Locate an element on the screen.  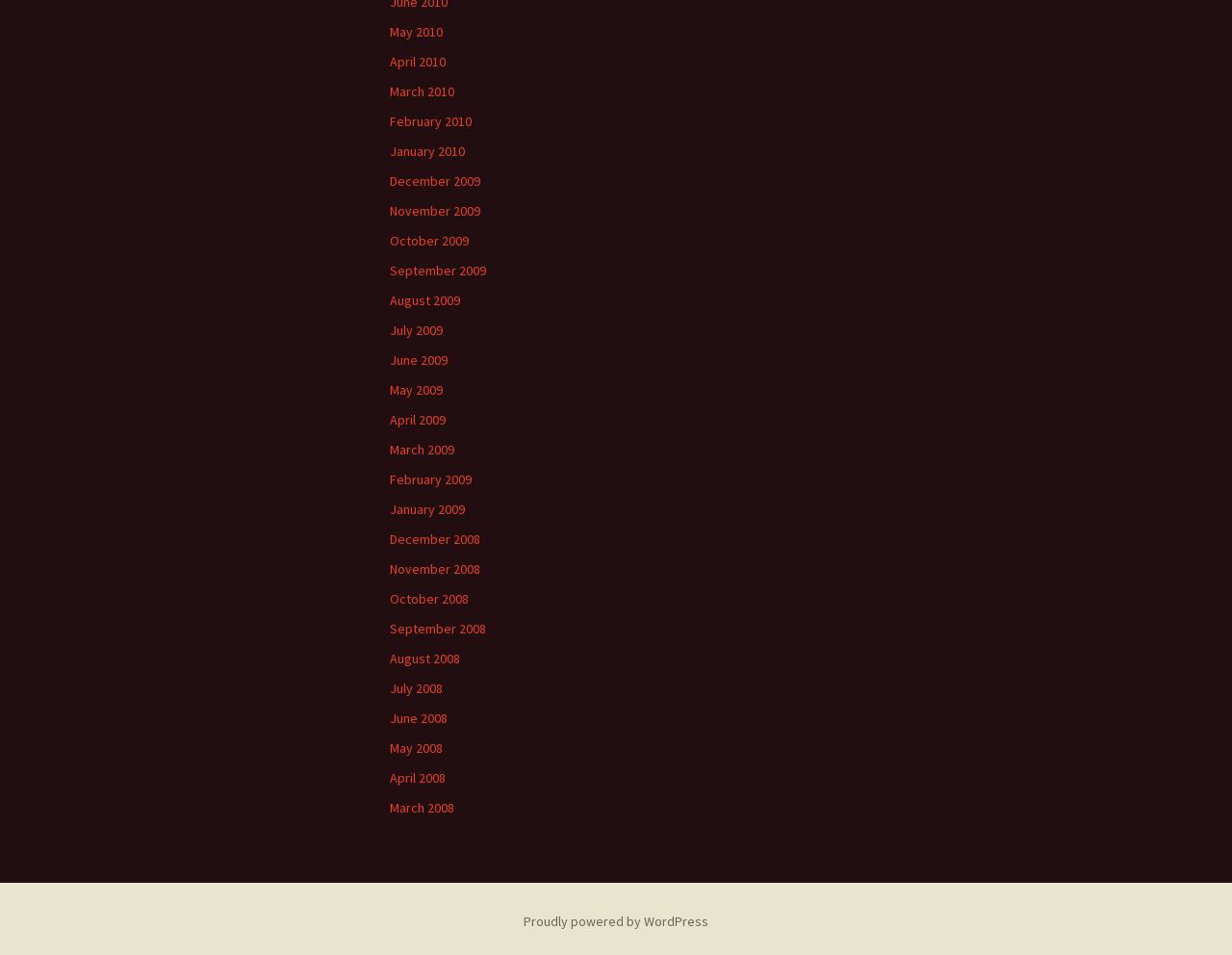
'February 2009' is located at coordinates (429, 477).